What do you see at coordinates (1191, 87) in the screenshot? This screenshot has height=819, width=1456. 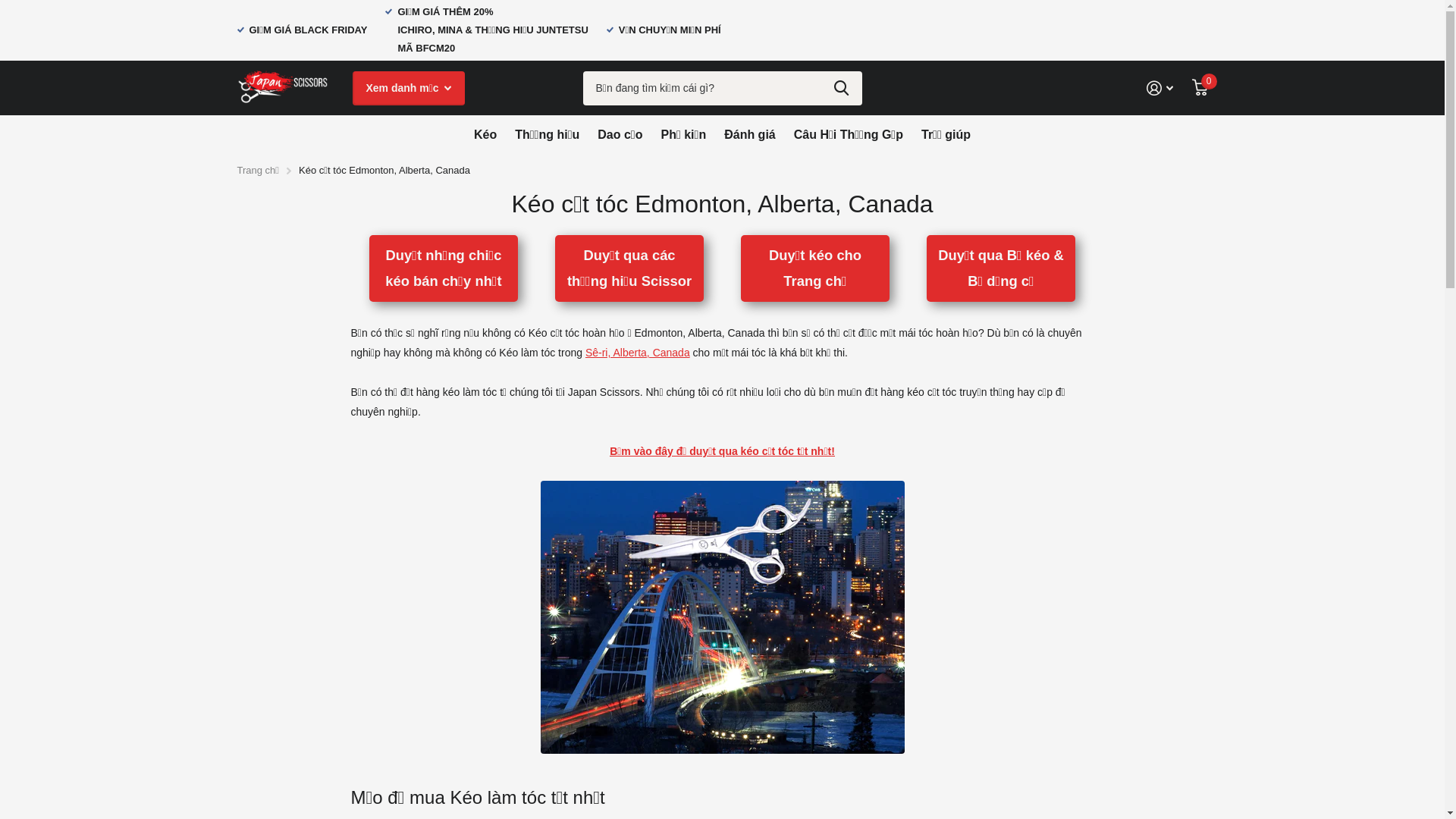 I see `'0'` at bounding box center [1191, 87].